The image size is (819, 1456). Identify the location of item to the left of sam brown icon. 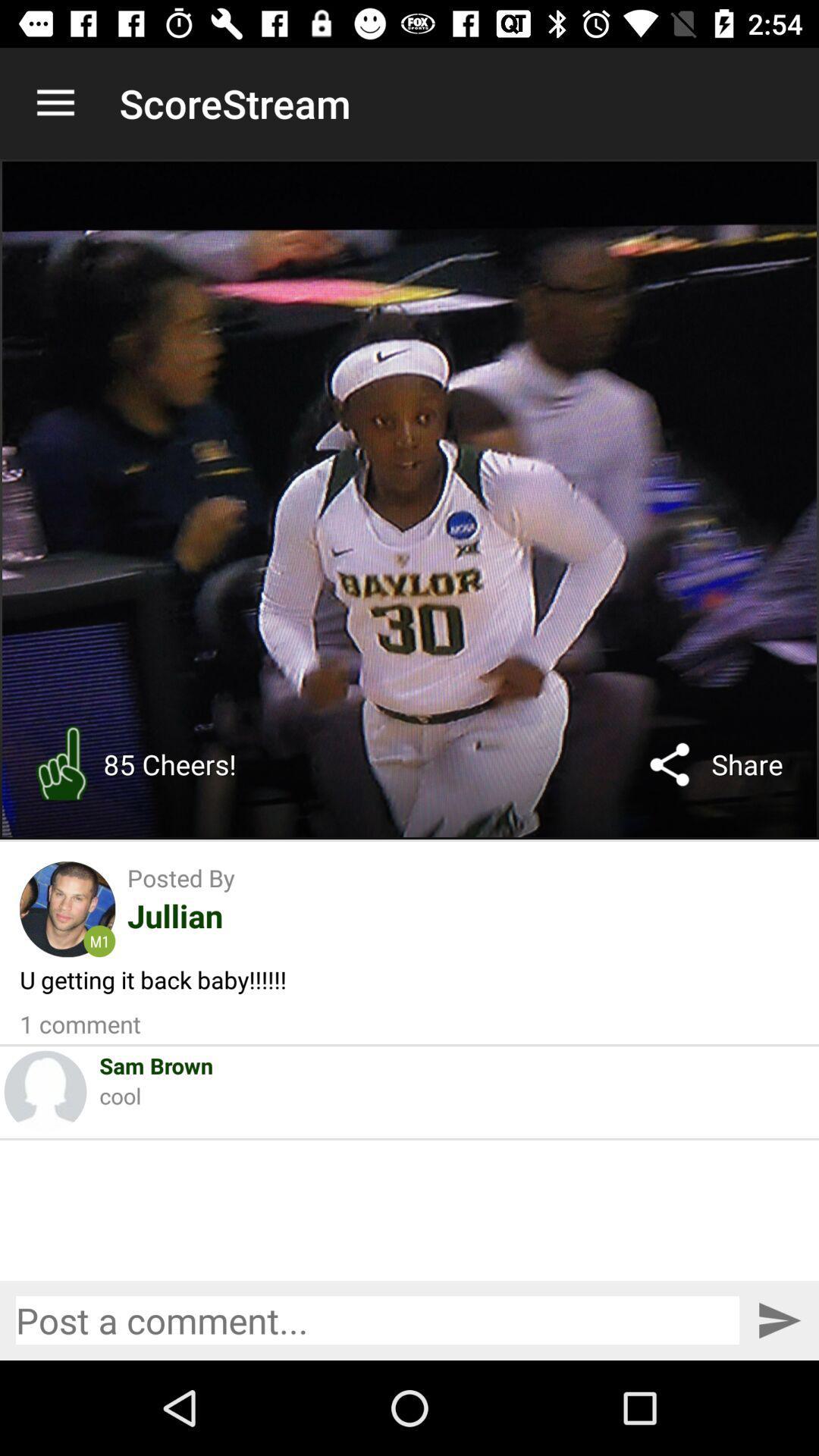
(45, 1092).